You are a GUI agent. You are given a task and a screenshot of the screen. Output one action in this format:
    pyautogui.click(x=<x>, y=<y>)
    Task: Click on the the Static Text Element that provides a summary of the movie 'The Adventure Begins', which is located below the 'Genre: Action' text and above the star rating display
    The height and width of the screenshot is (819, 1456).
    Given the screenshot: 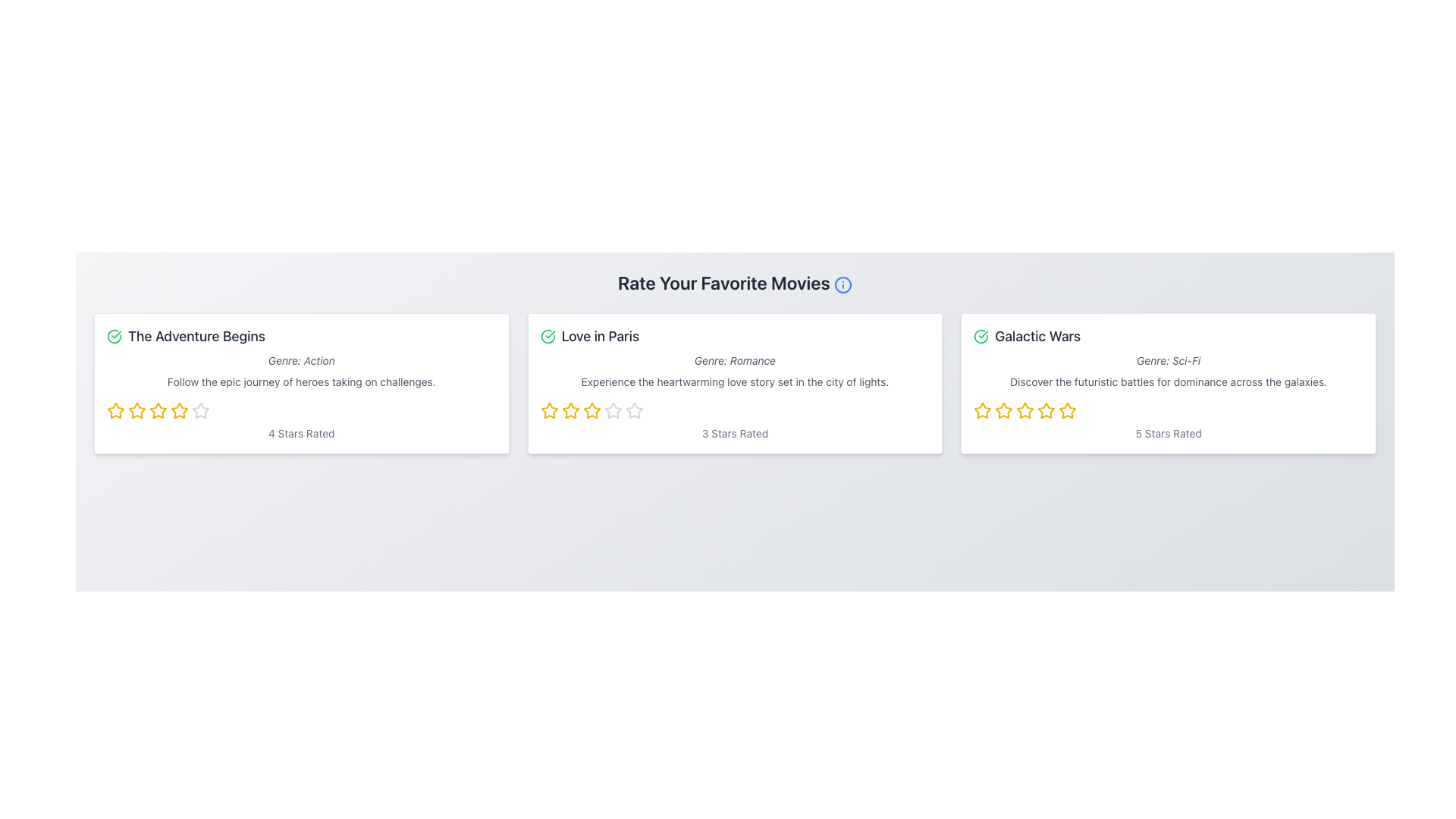 What is the action you would take?
    pyautogui.click(x=301, y=381)
    